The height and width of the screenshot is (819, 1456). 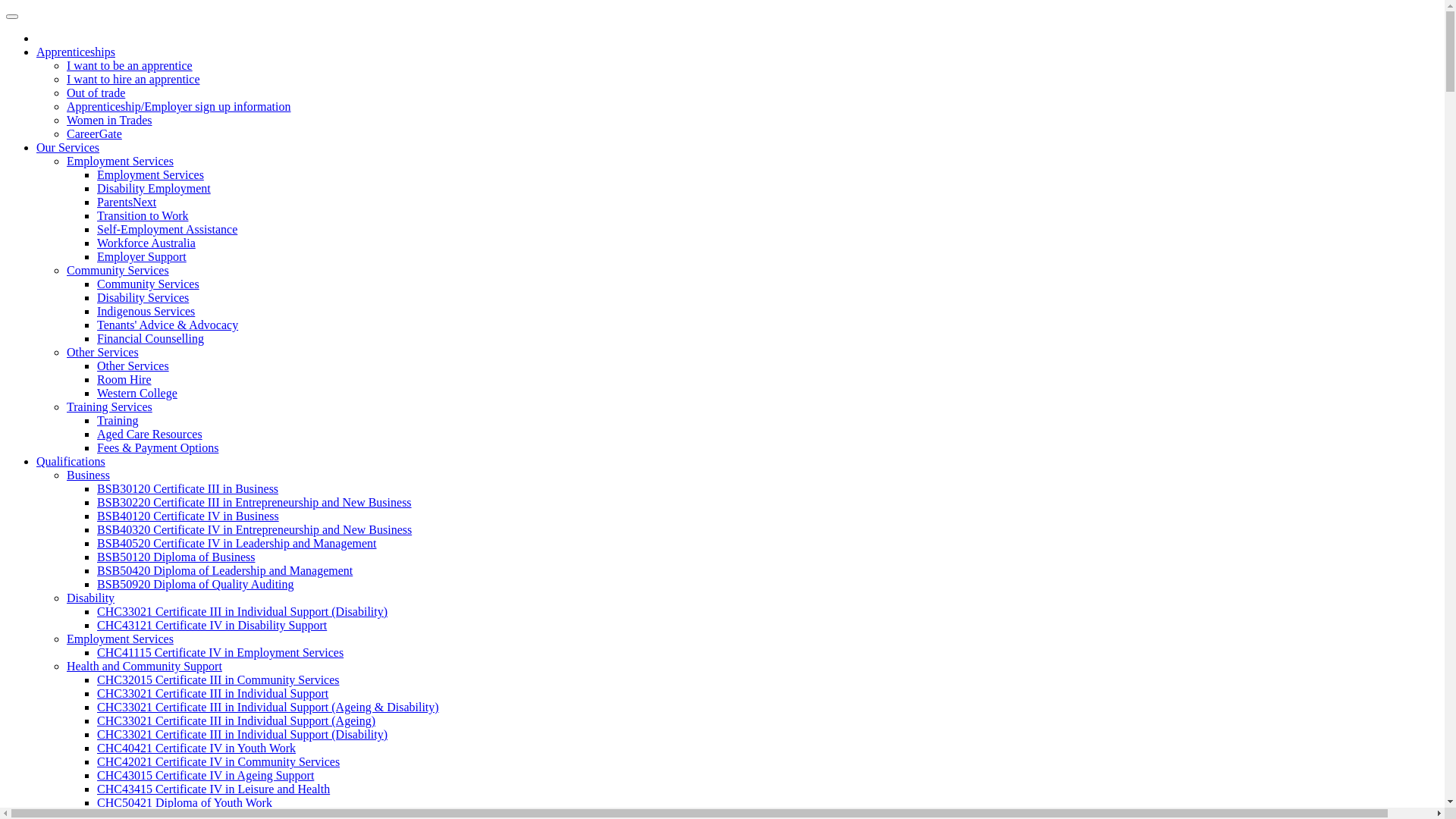 I want to click on 'CHC43015 Certificate IV in Ageing Support', so click(x=204, y=775).